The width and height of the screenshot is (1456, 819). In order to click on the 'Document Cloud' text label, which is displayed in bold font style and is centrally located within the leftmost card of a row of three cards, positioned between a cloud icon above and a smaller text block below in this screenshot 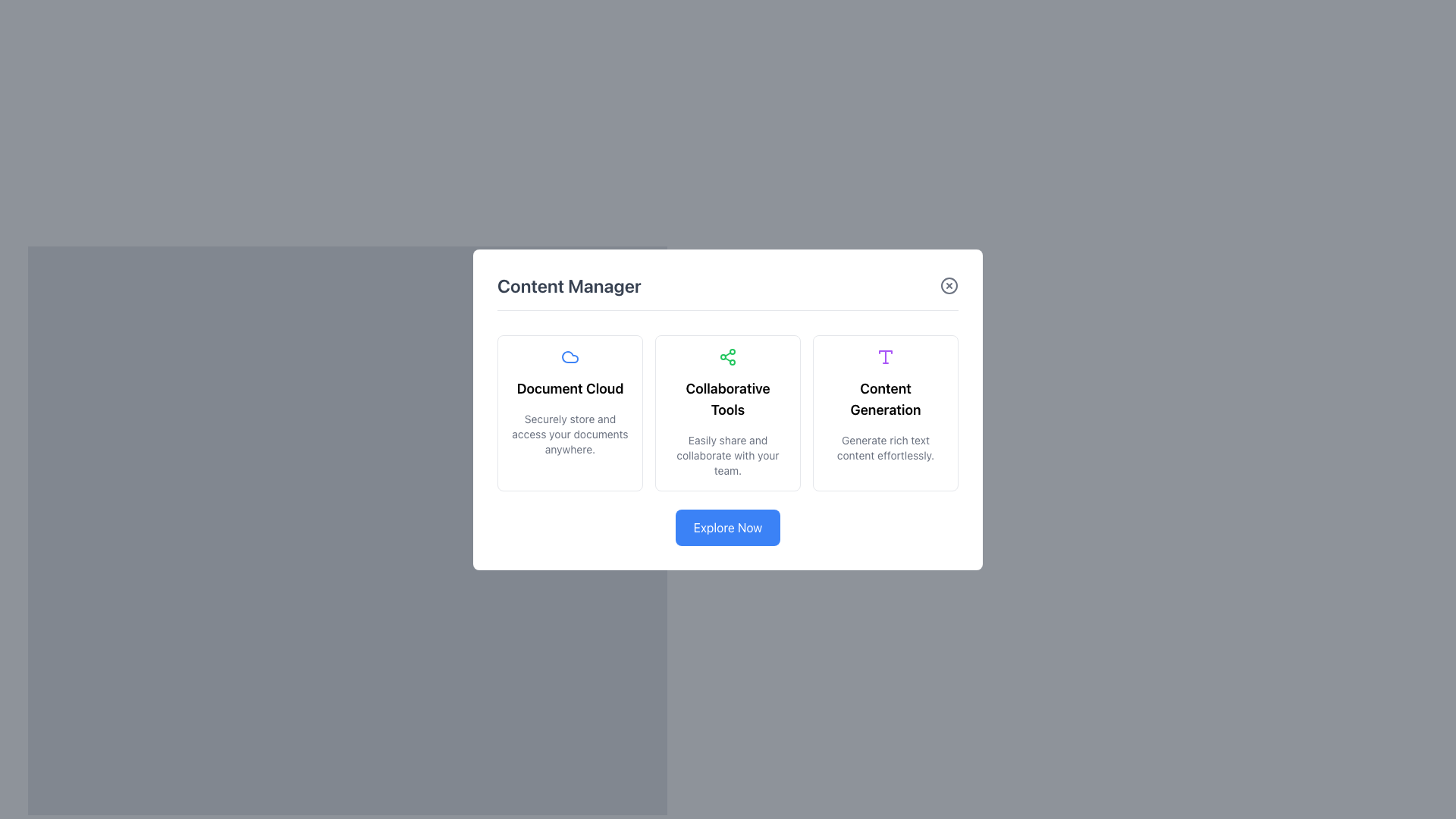, I will do `click(570, 388)`.